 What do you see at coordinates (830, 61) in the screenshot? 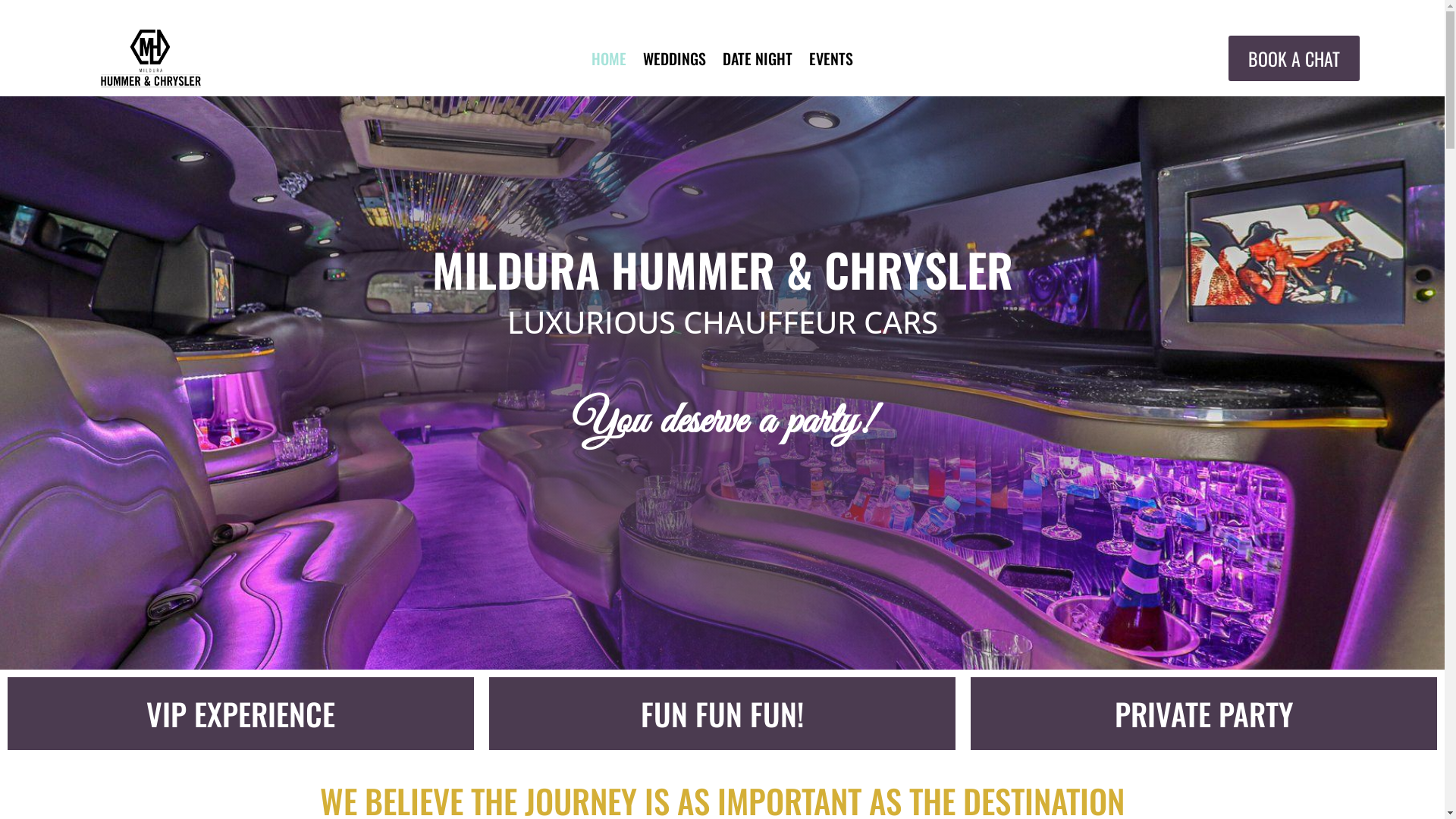
I see `'EVENTS'` at bounding box center [830, 61].